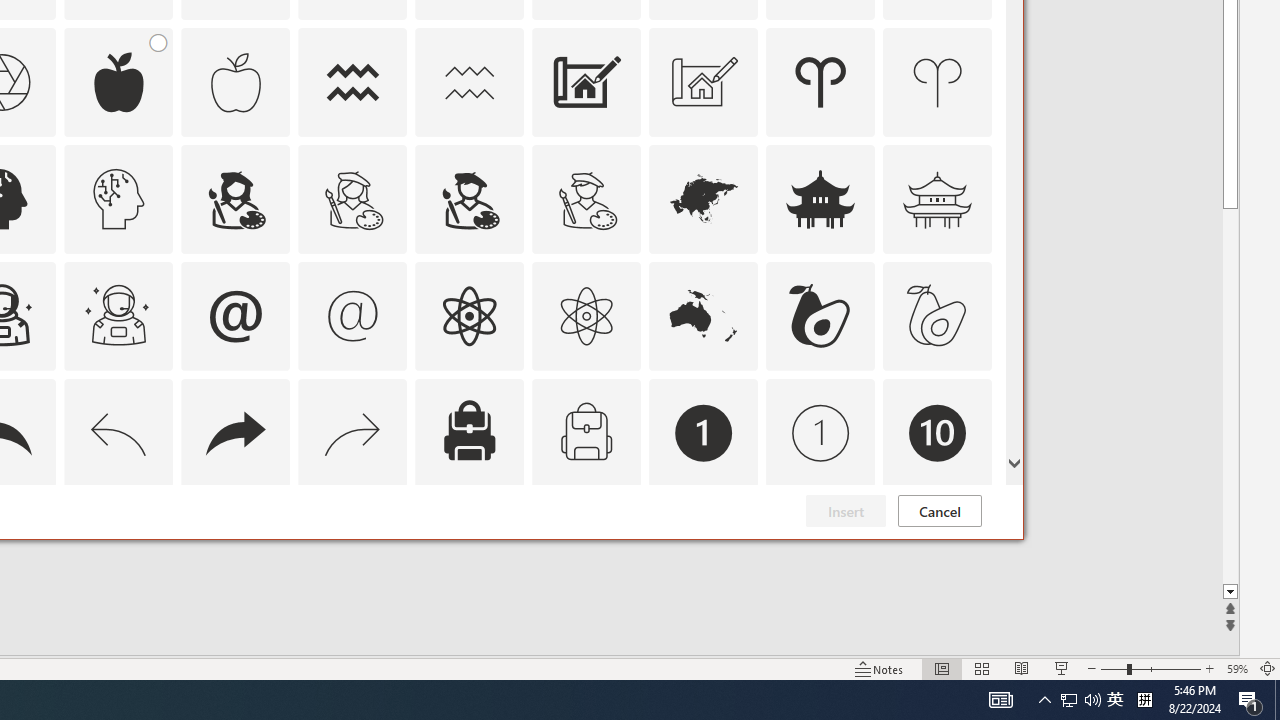 The width and height of the screenshot is (1280, 720). I want to click on 'AutomationID: Icons_Badge9', so click(821, 550).